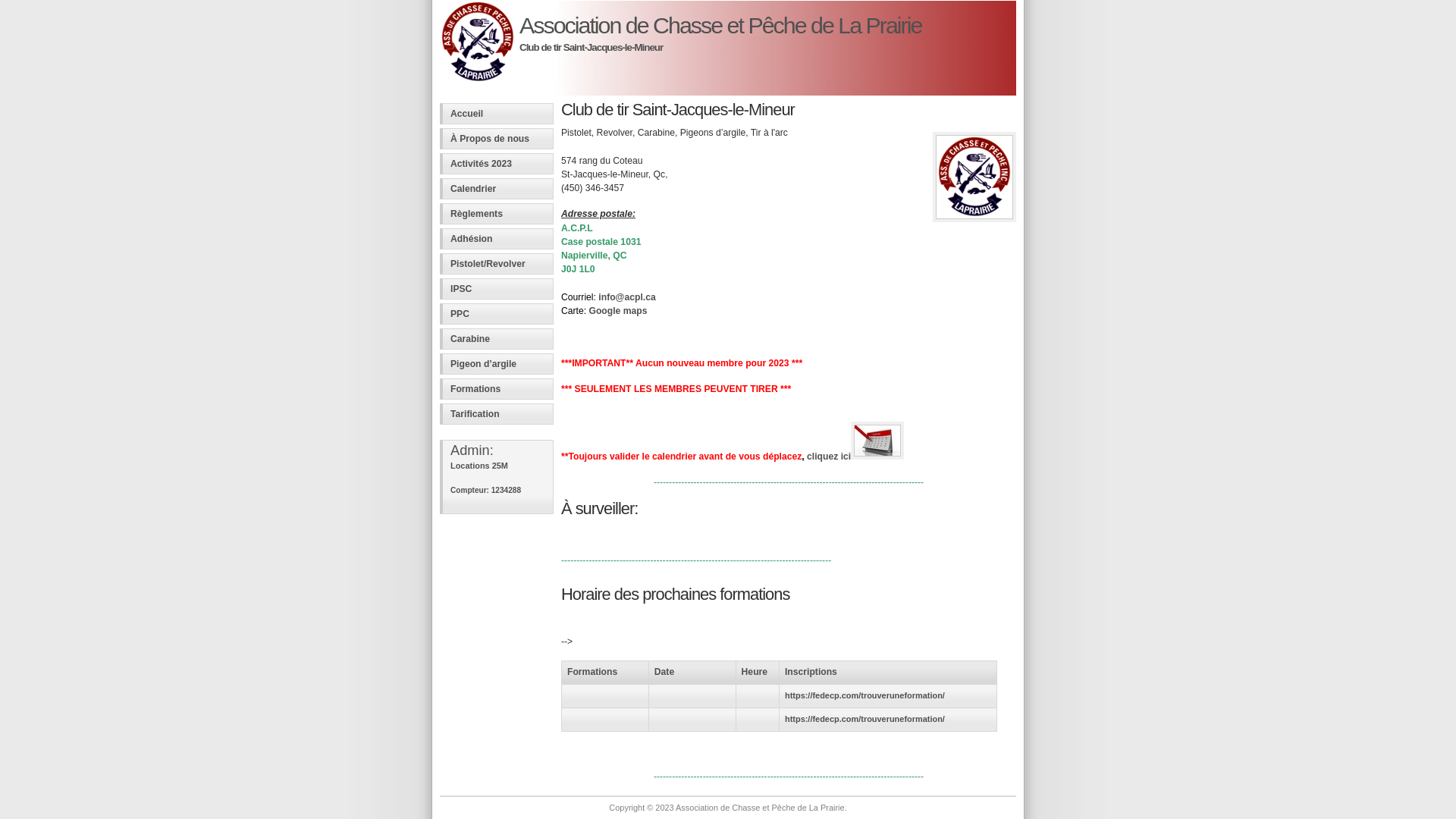  I want to click on 'Accueil', so click(496, 113).